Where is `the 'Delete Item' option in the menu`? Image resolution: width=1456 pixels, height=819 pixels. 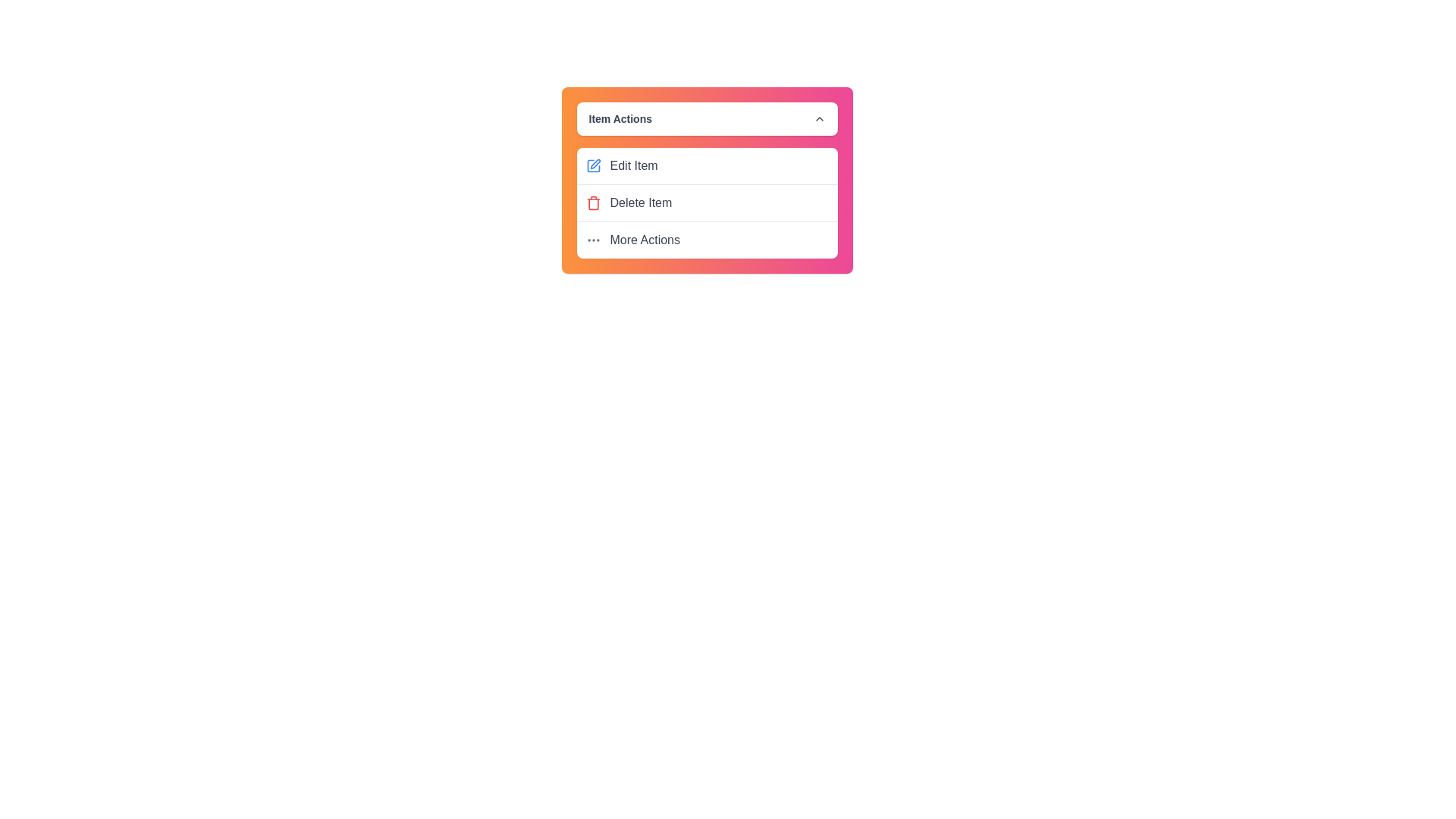 the 'Delete Item' option in the menu is located at coordinates (706, 202).